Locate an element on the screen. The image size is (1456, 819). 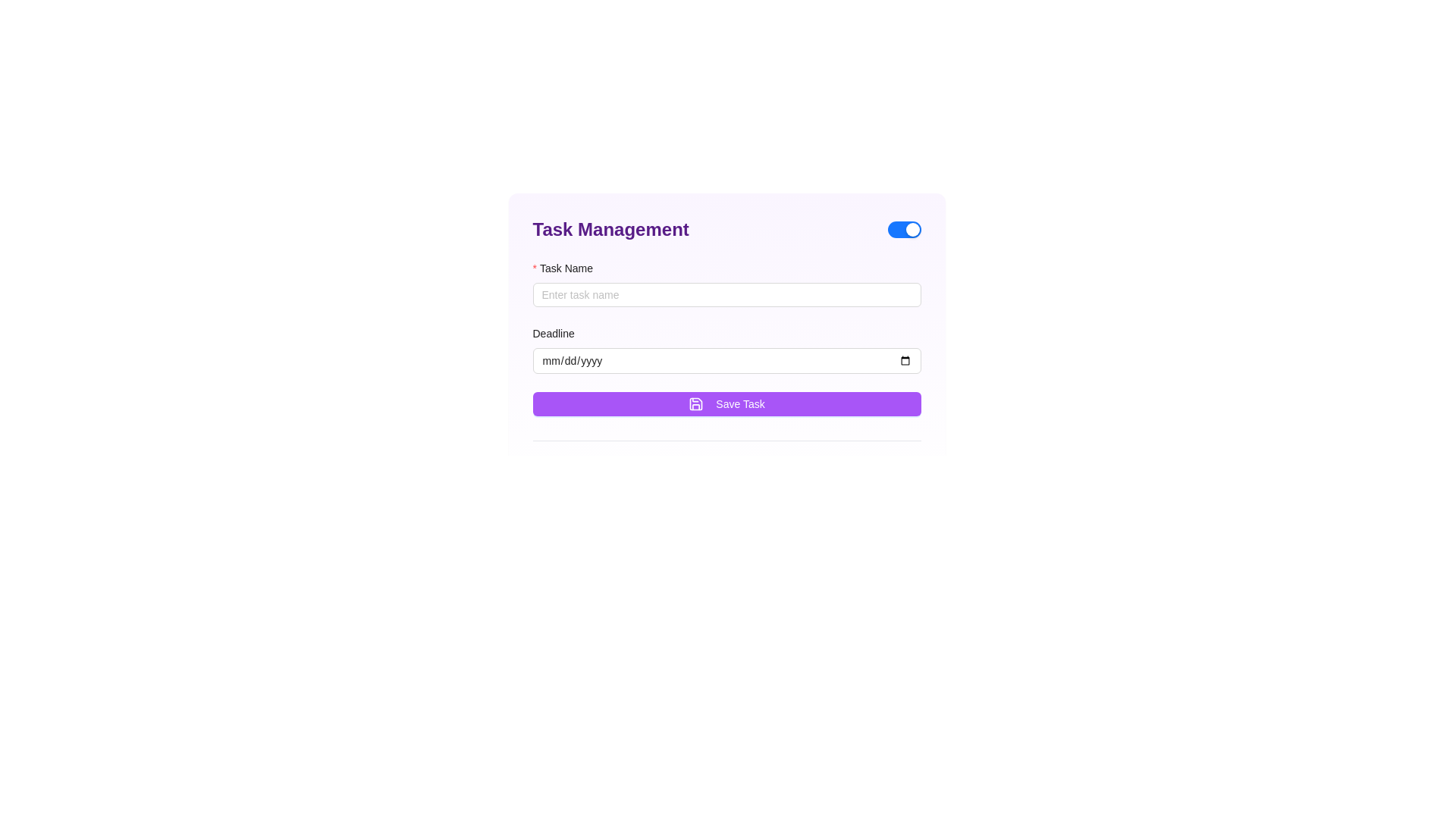
the folder-like icon representing storage or saving functionality, located to the left of the 'Save Task' button is located at coordinates (695, 403).